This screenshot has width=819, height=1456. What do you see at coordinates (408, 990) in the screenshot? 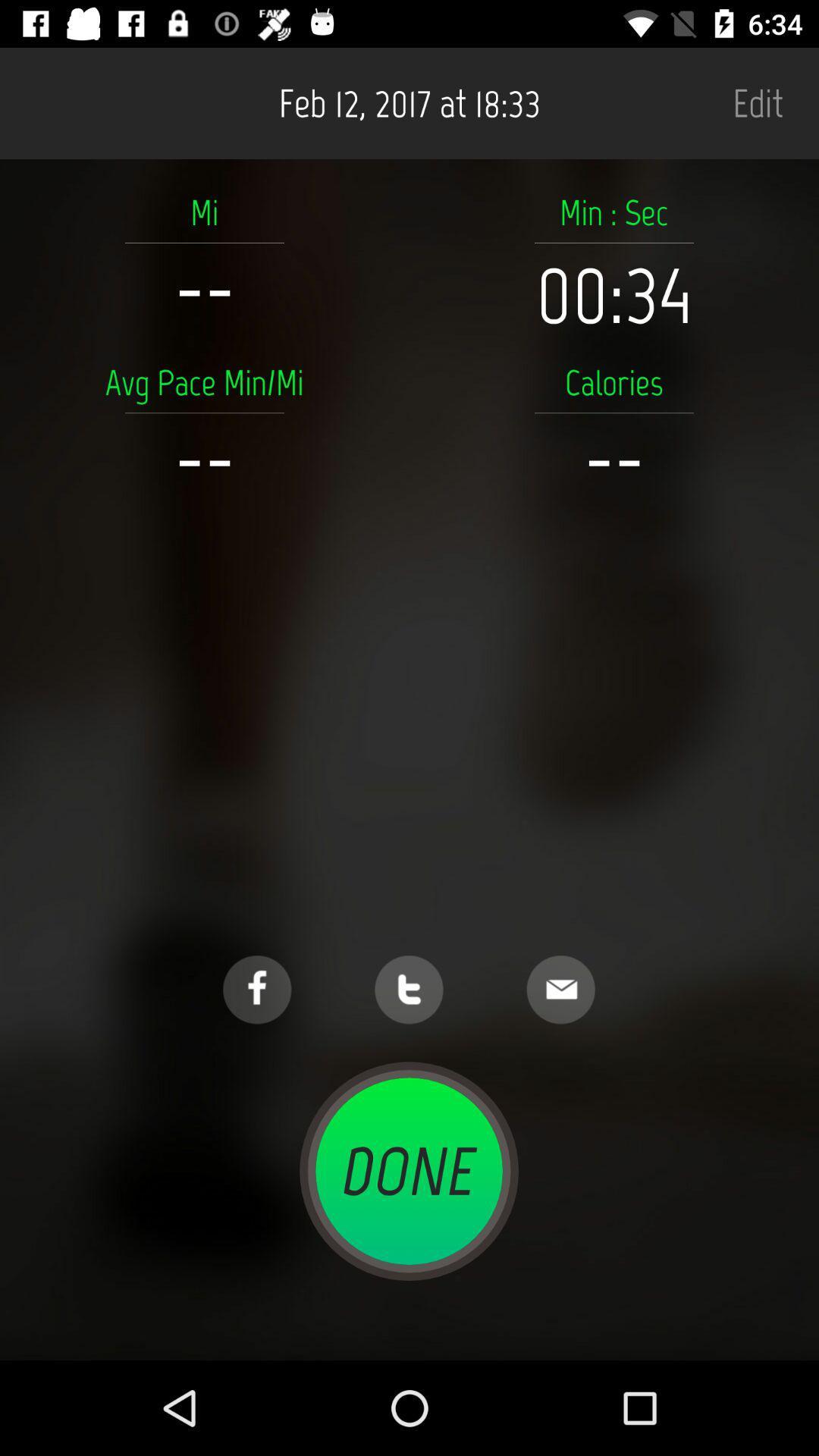
I see `the twitter icon` at bounding box center [408, 990].